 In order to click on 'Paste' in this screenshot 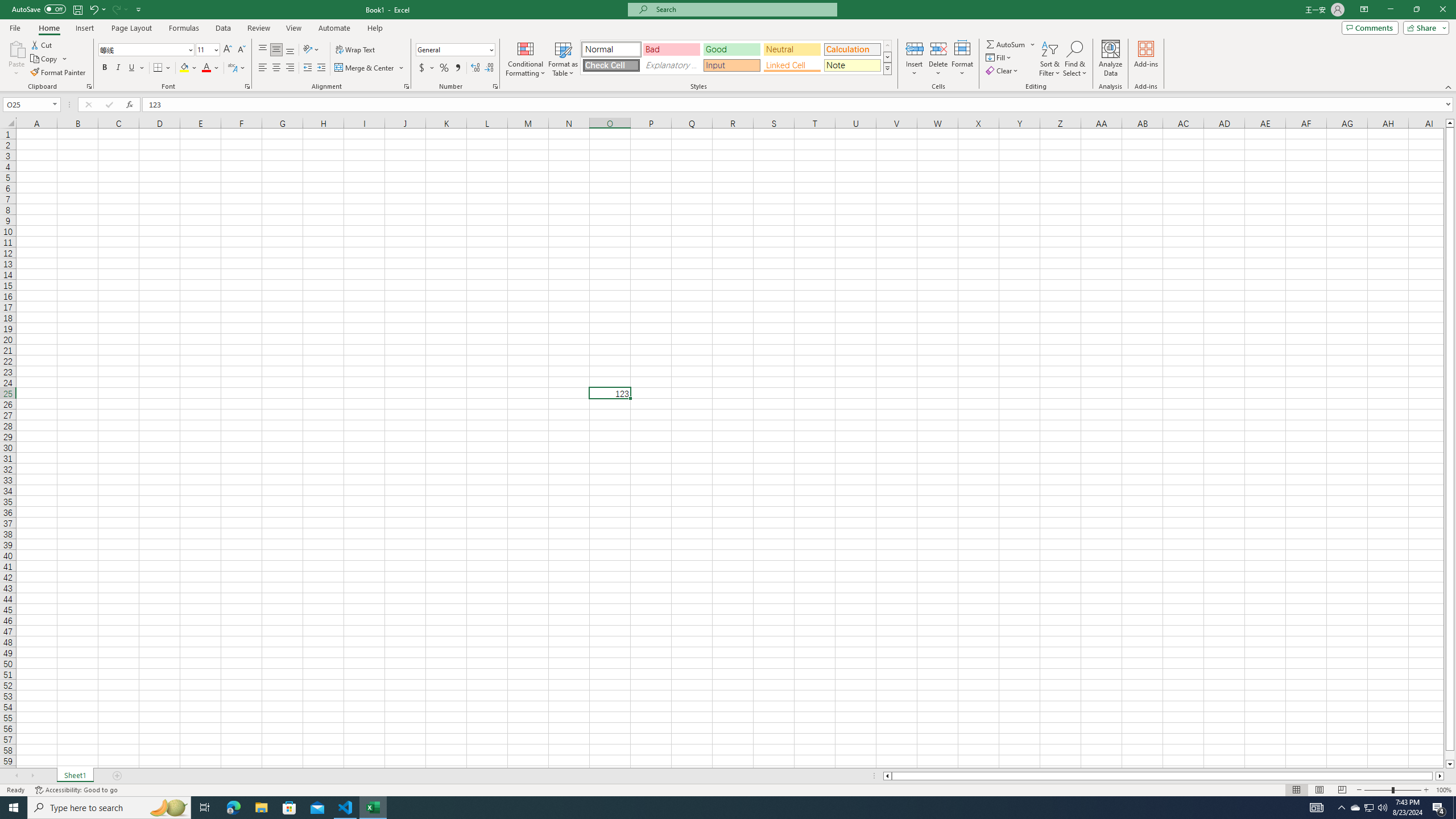, I will do `click(16, 59)`.